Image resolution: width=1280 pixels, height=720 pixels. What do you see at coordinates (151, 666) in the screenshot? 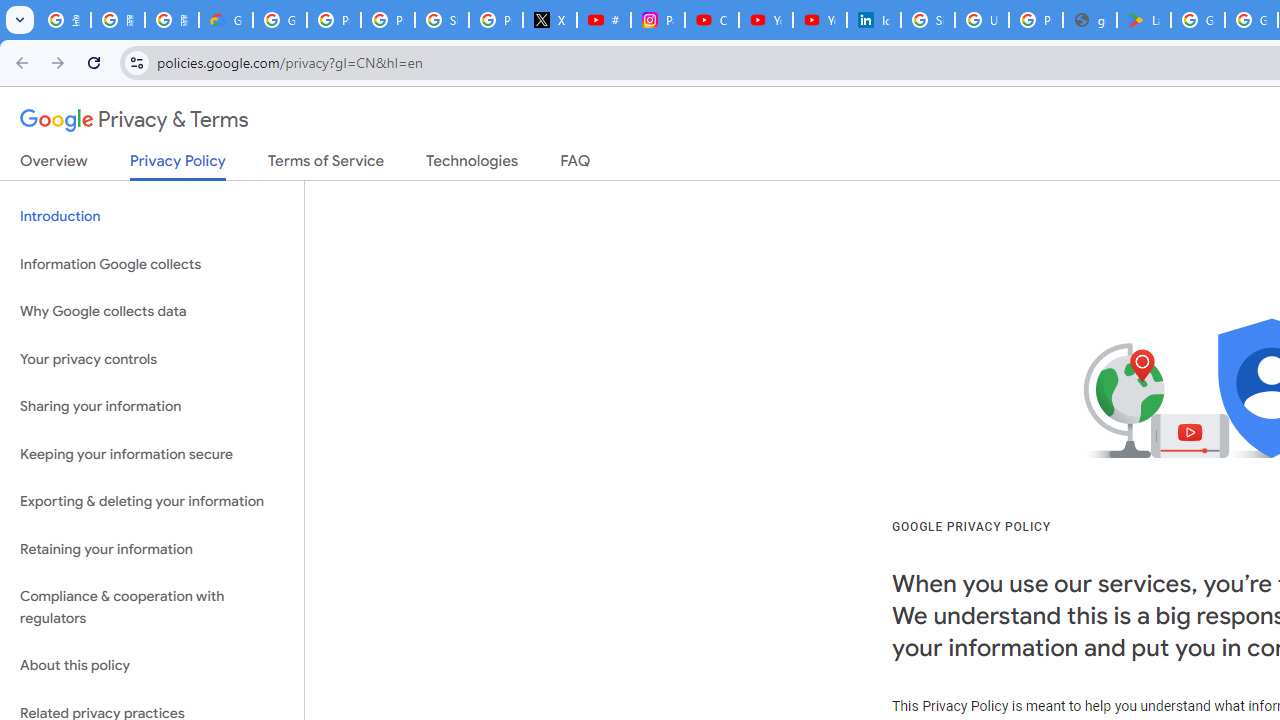
I see `'About this policy'` at bounding box center [151, 666].